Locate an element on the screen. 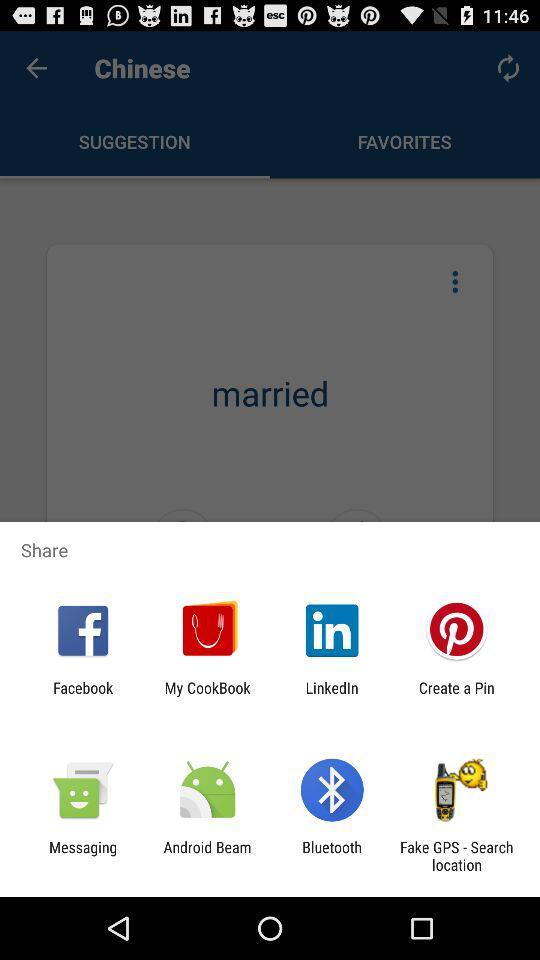  item next to the my cookbook icon is located at coordinates (332, 696).